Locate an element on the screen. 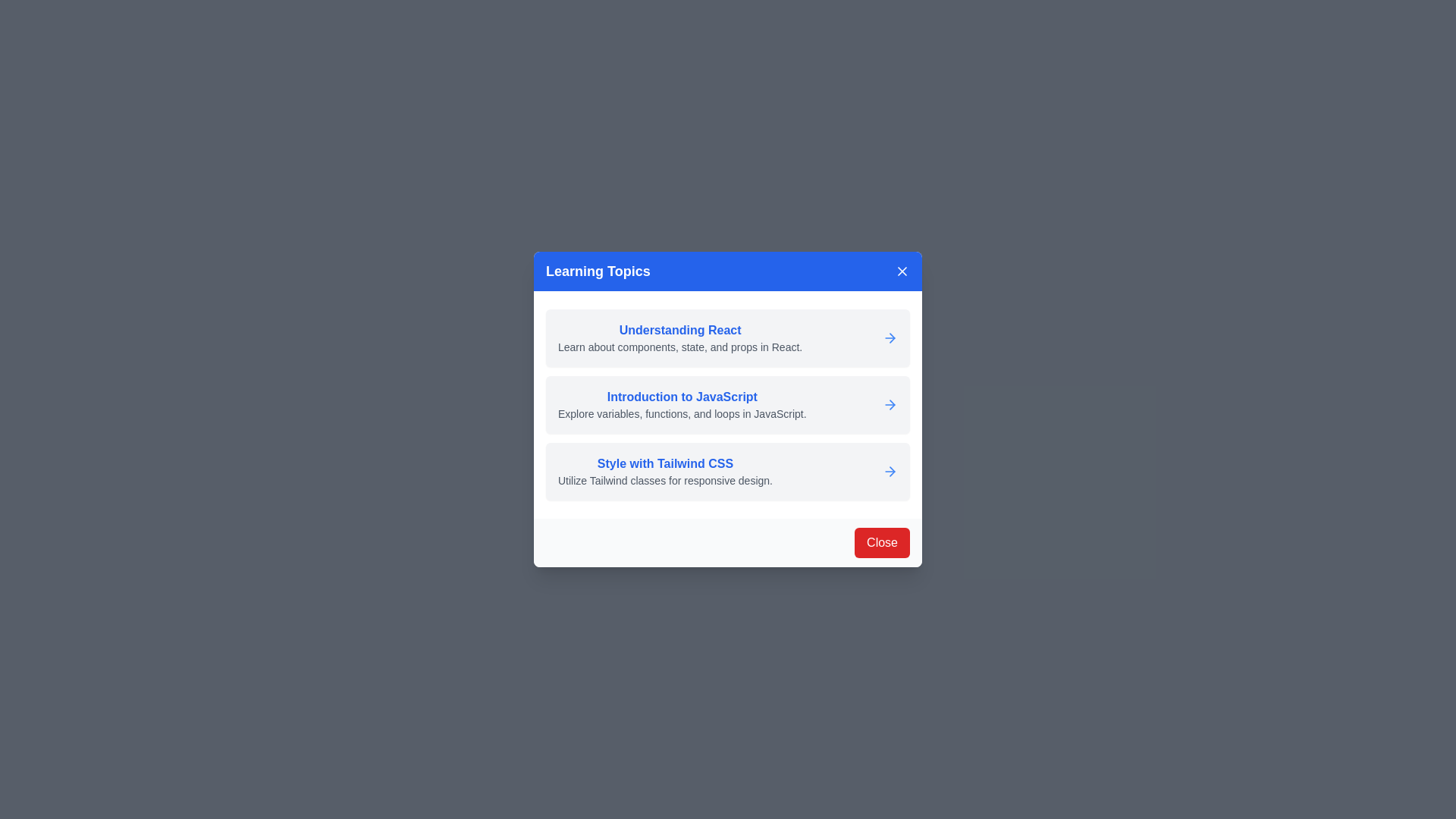  the second informational block titled 'Introduction to JavaScript' in the modal dialog 'Learning Topics' is located at coordinates (728, 403).